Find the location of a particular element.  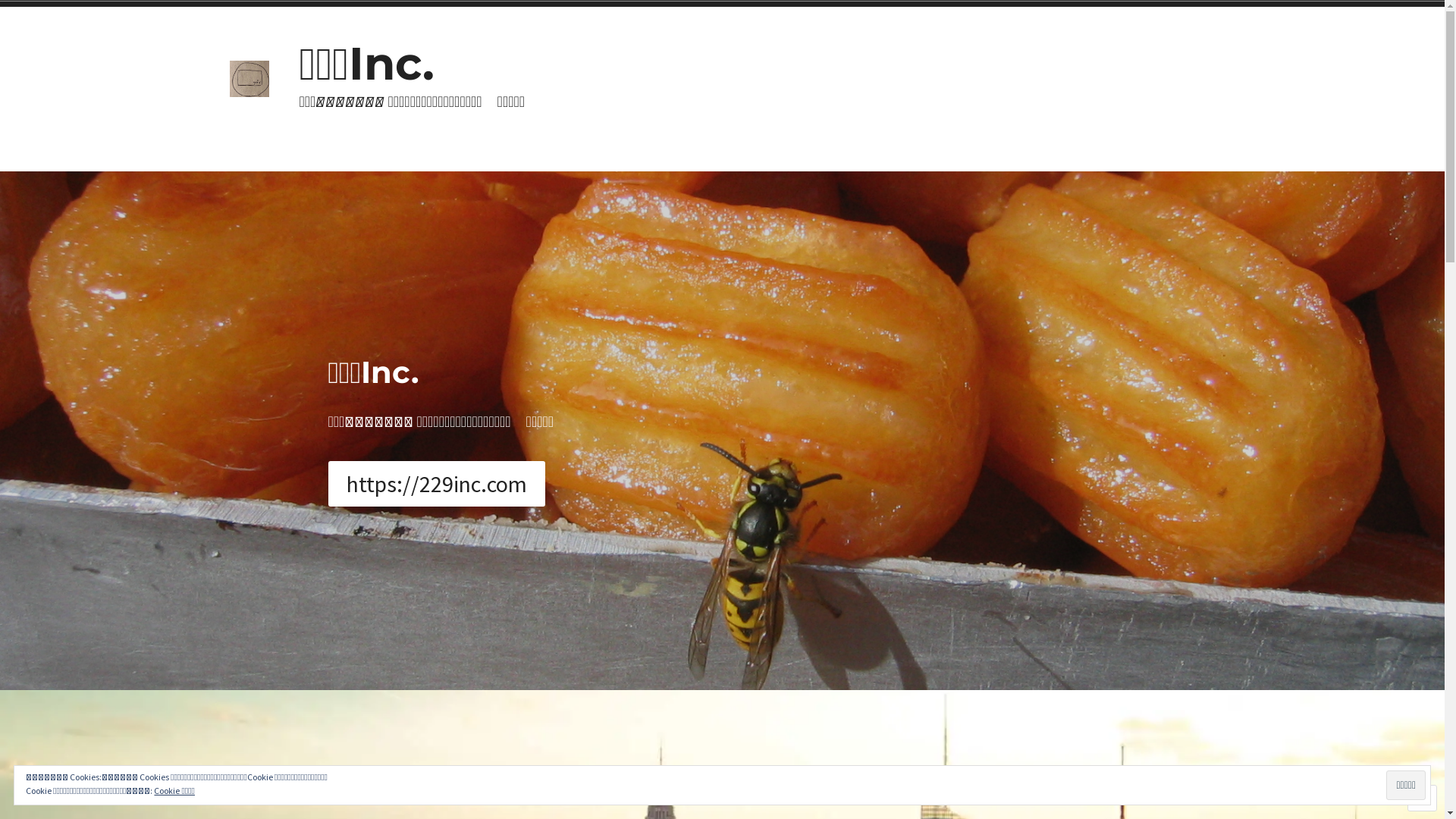

'https://229inc.com' is located at coordinates (435, 483).